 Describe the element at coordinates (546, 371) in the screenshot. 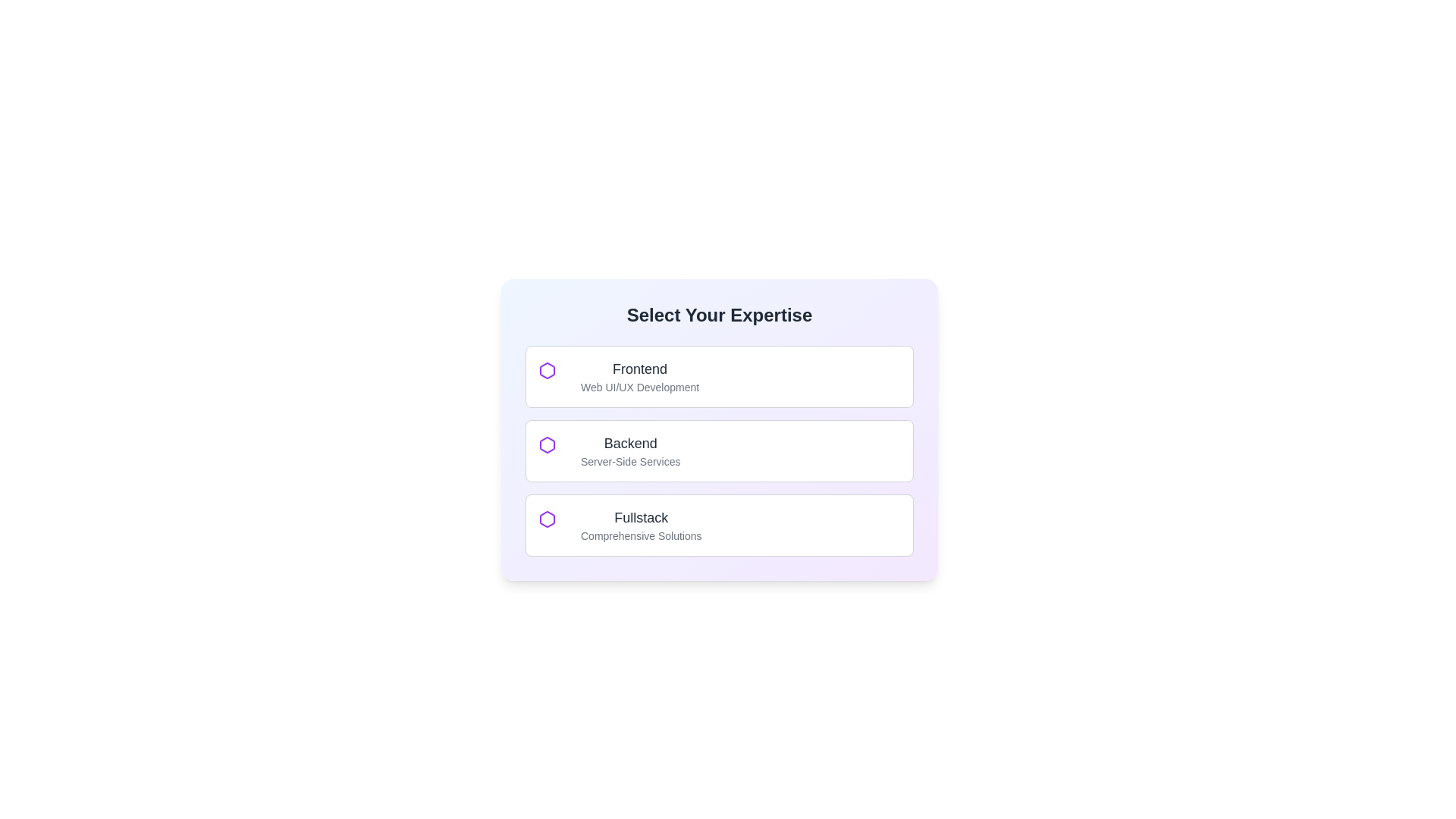

I see `the 'Frontend' icon, which is located to the left of the text 'Frontend' in the vertical list of options` at that location.